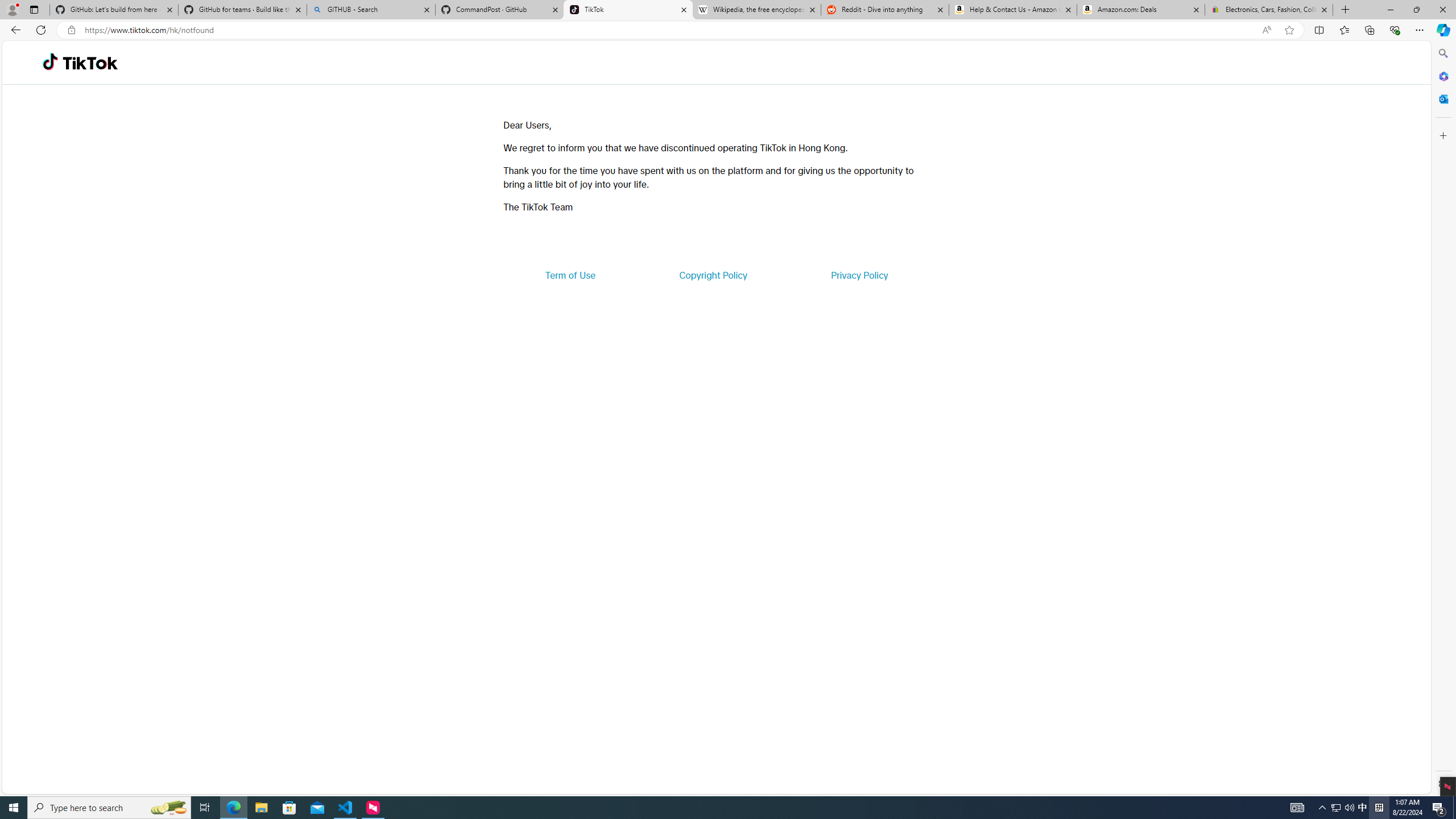  I want to click on 'GITHUB - Search', so click(370, 9).